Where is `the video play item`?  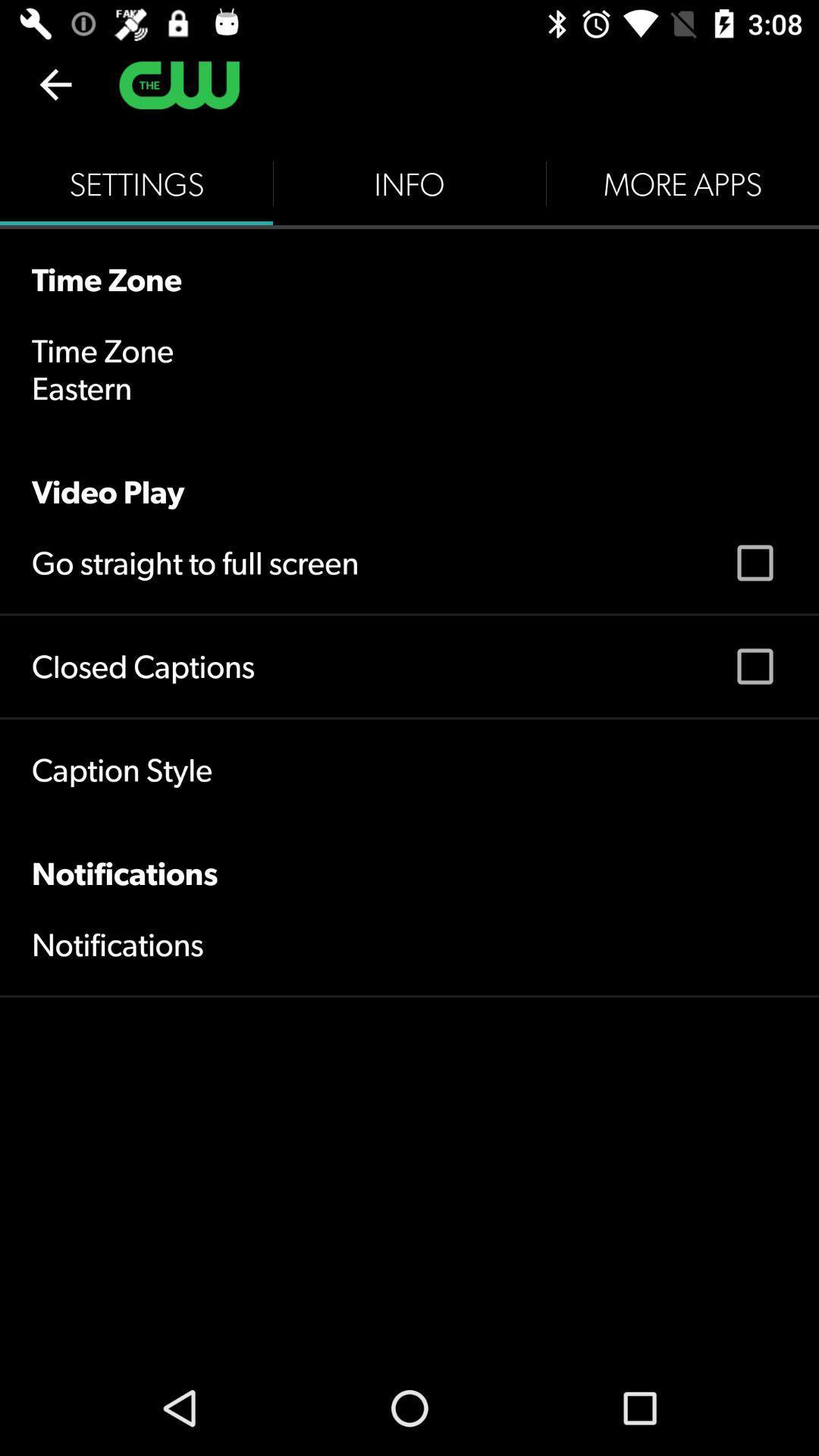 the video play item is located at coordinates (409, 475).